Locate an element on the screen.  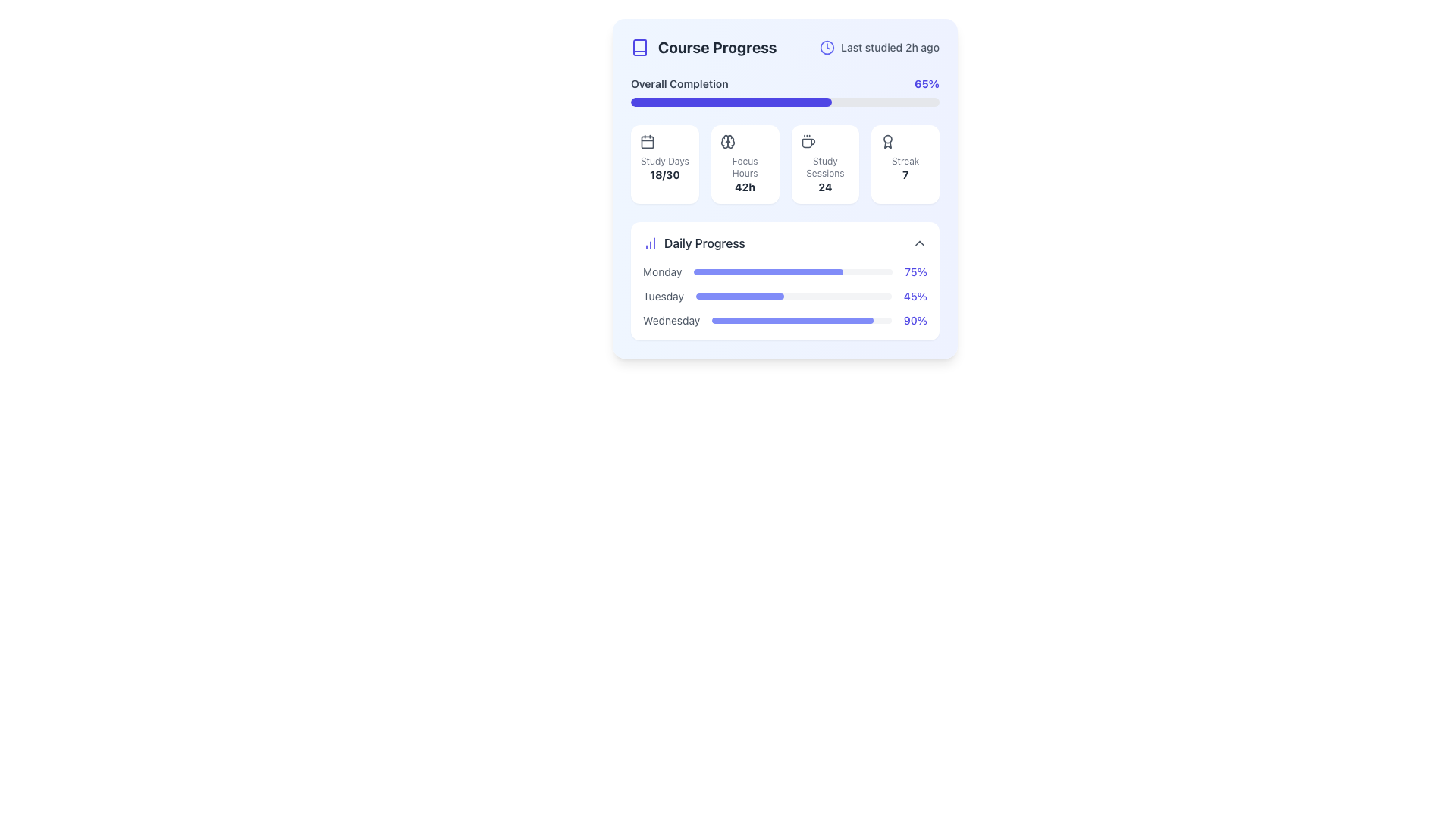
the text label indicating the day in the 'Daily Progress' section, which is positioned below the 'Tuesday' label and to the left of the adjacent progress bar is located at coordinates (670, 320).